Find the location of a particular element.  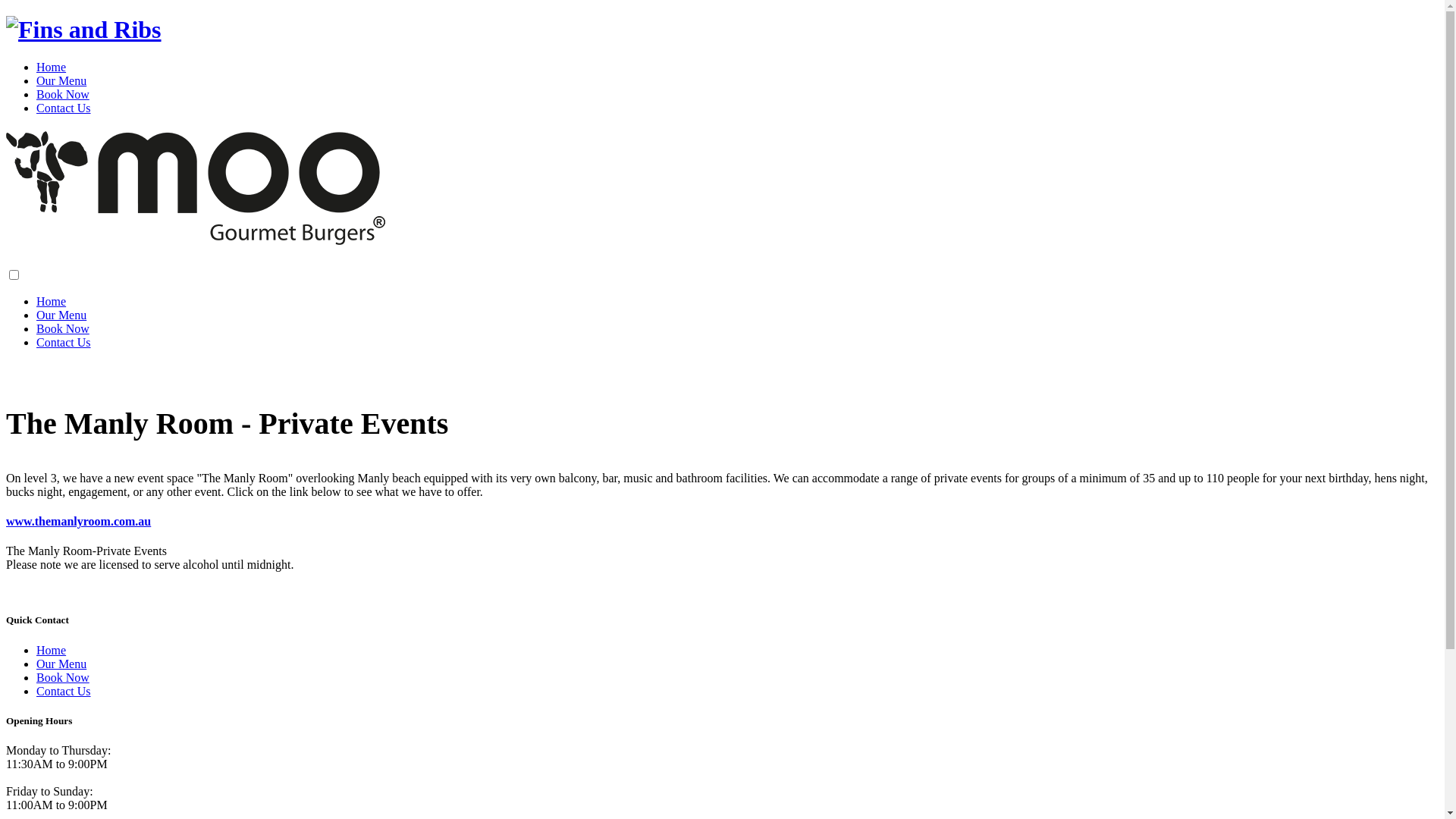

'Book Now' is located at coordinates (36, 94).